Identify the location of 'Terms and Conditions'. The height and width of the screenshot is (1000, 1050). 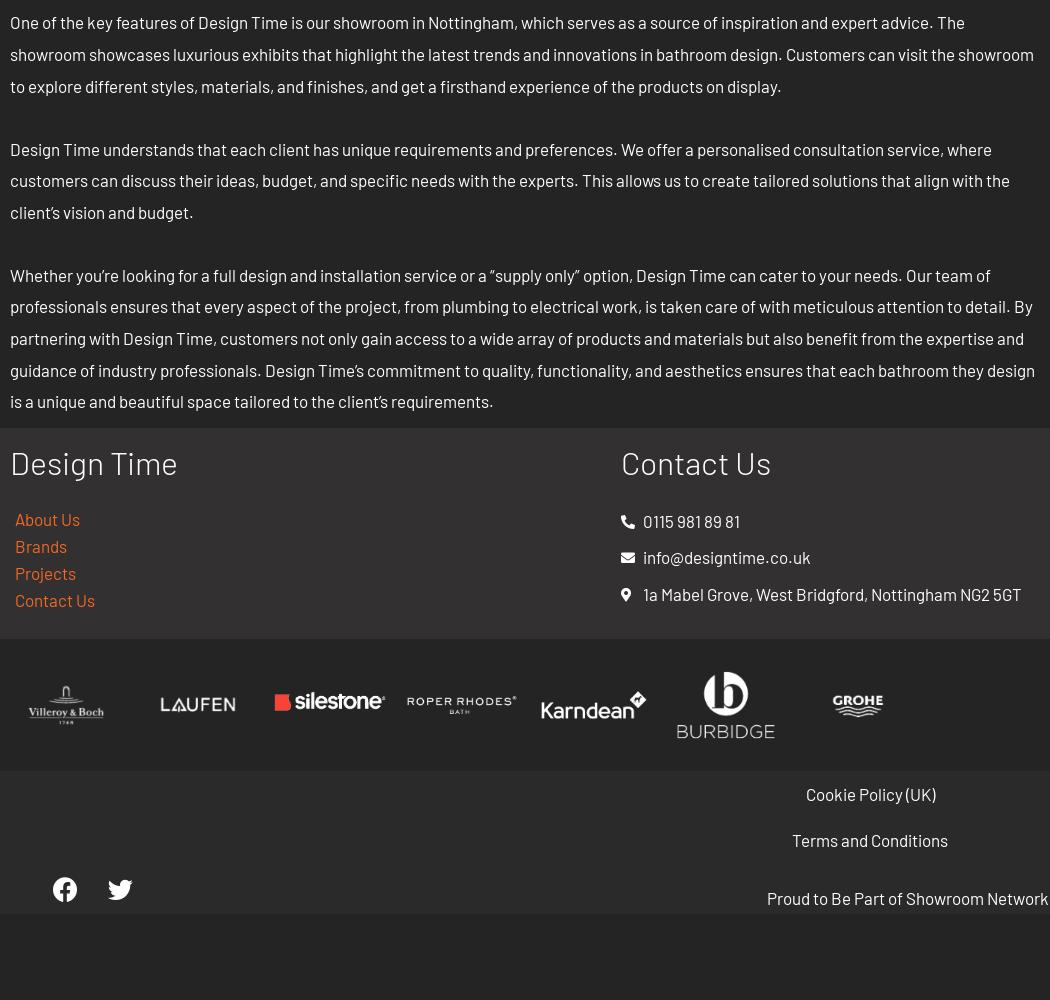
(869, 838).